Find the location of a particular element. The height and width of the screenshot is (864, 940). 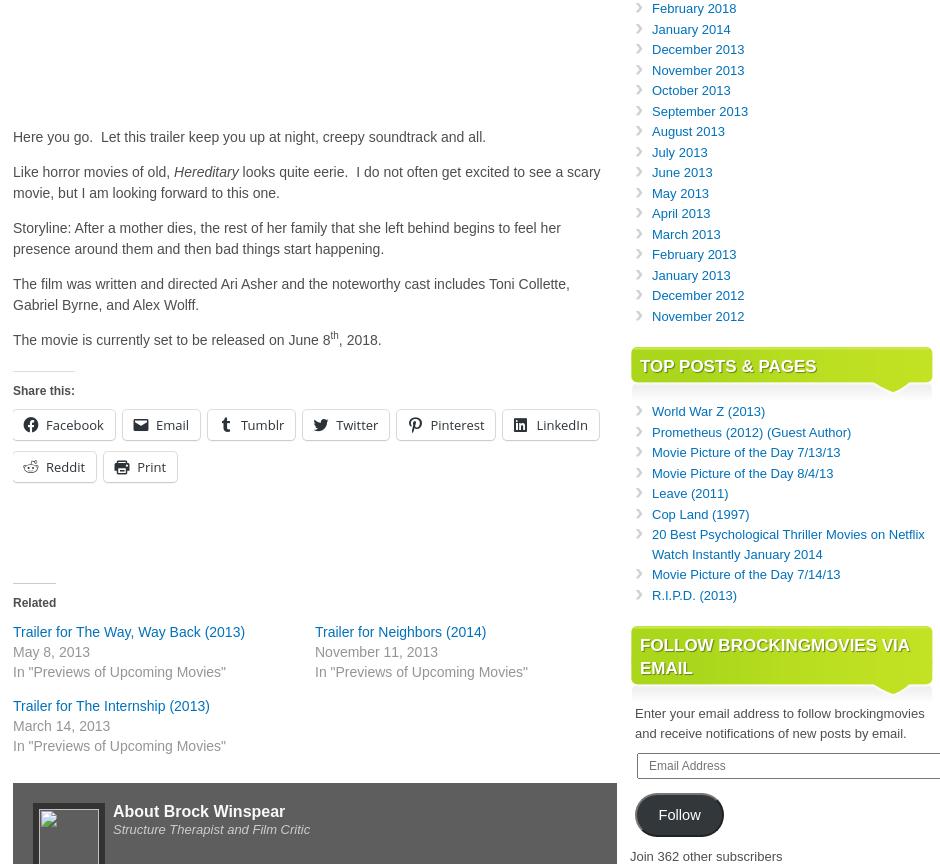

'November 2013' is located at coordinates (697, 69).